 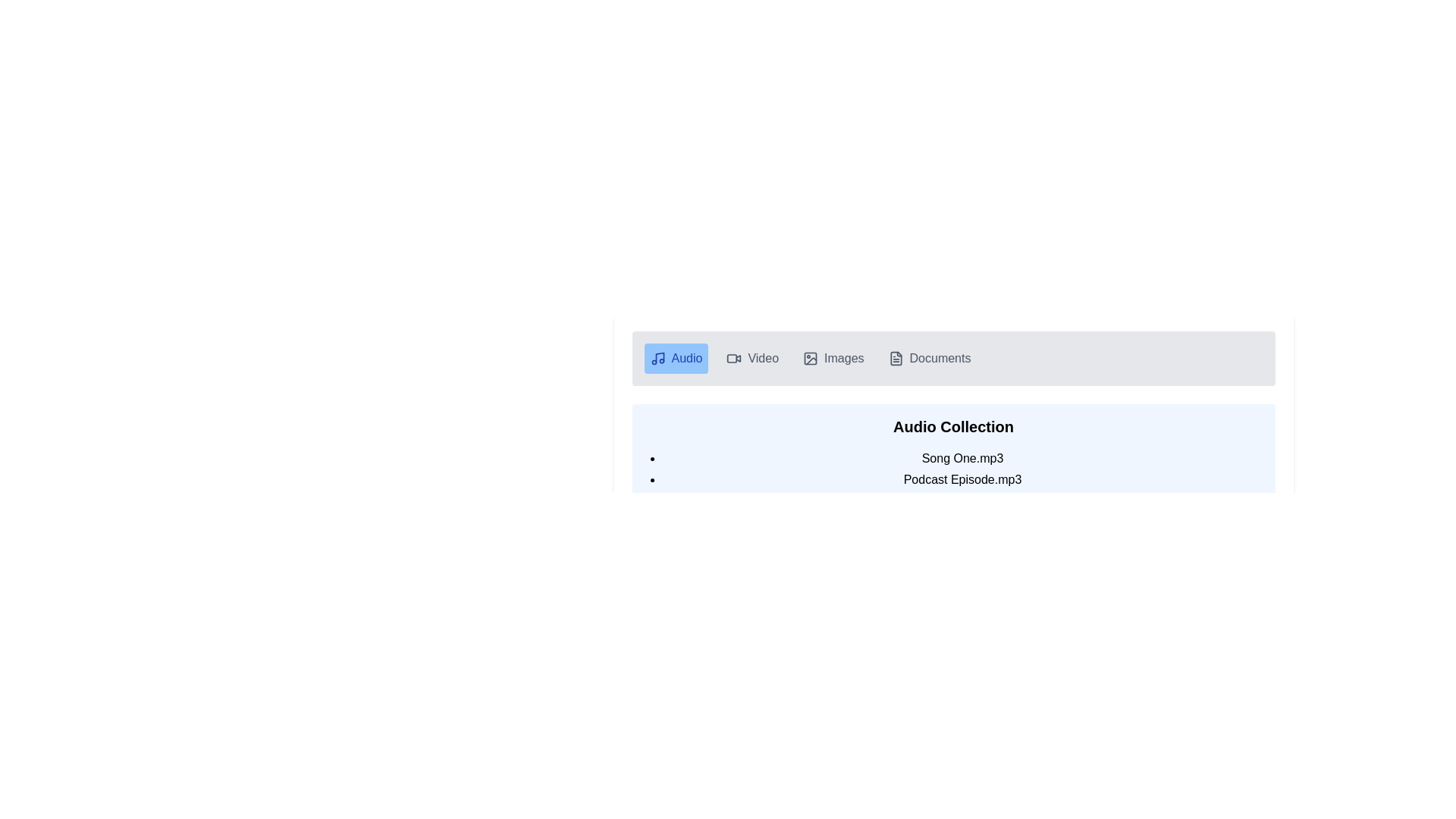 I want to click on the 'Images' label in the navigation bar to trigger a tooltip or visual feedback, so click(x=843, y=359).